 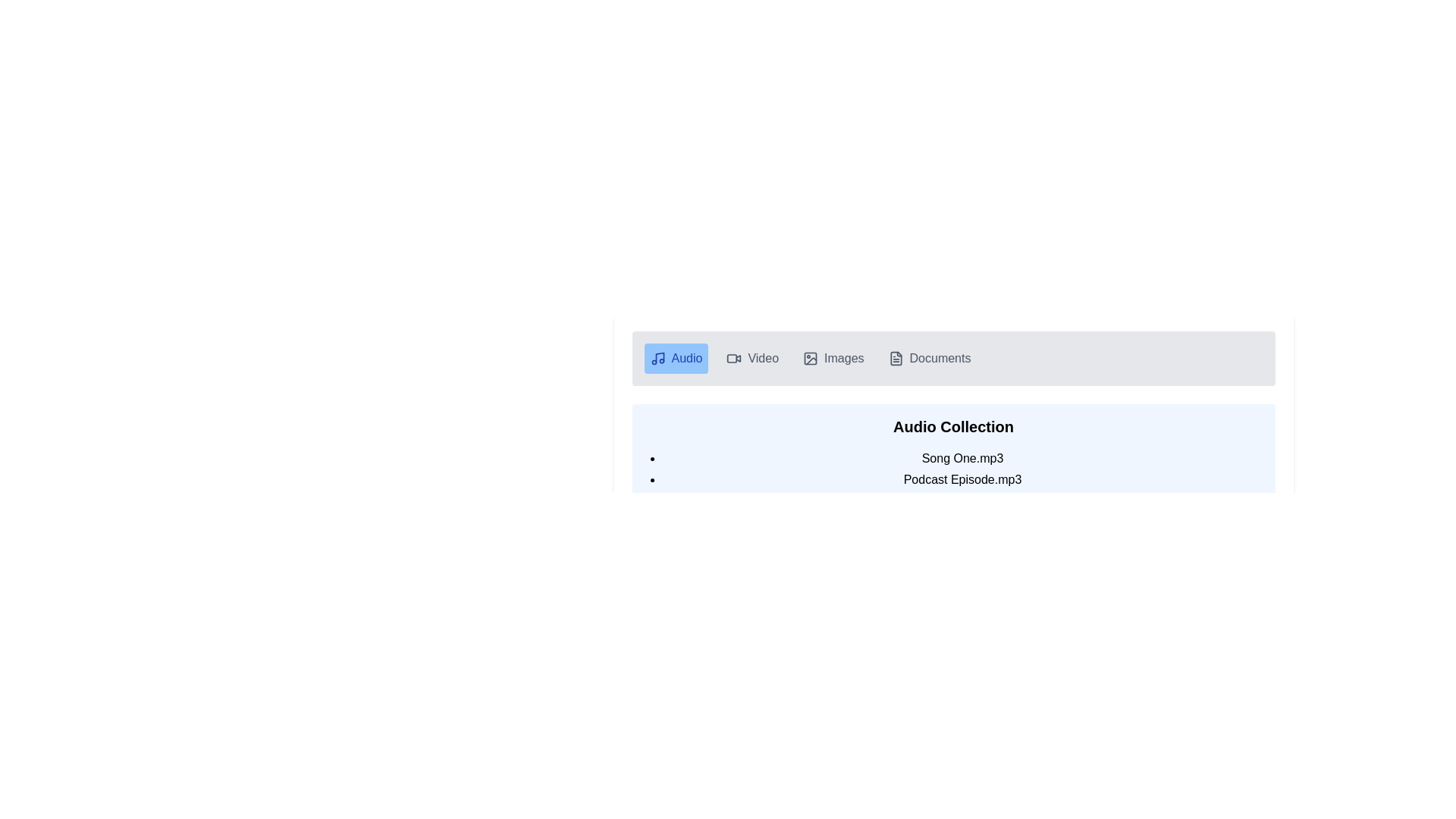 I want to click on the 'Images' label in the navigation bar to trigger a tooltip or visual feedback, so click(x=843, y=359).